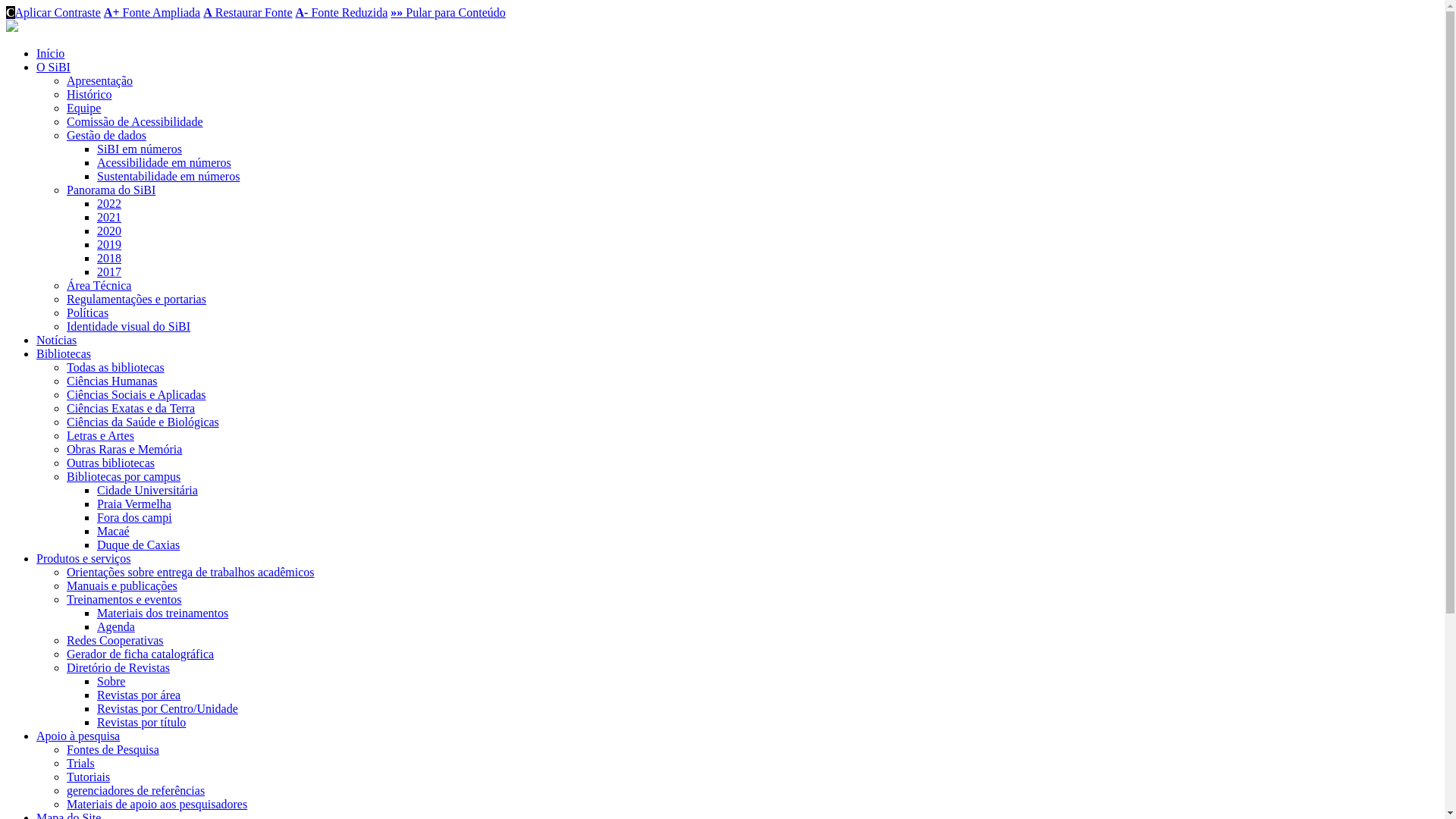  Describe the element at coordinates (128, 325) in the screenshot. I see `'Identidade visual do SiBI'` at that location.